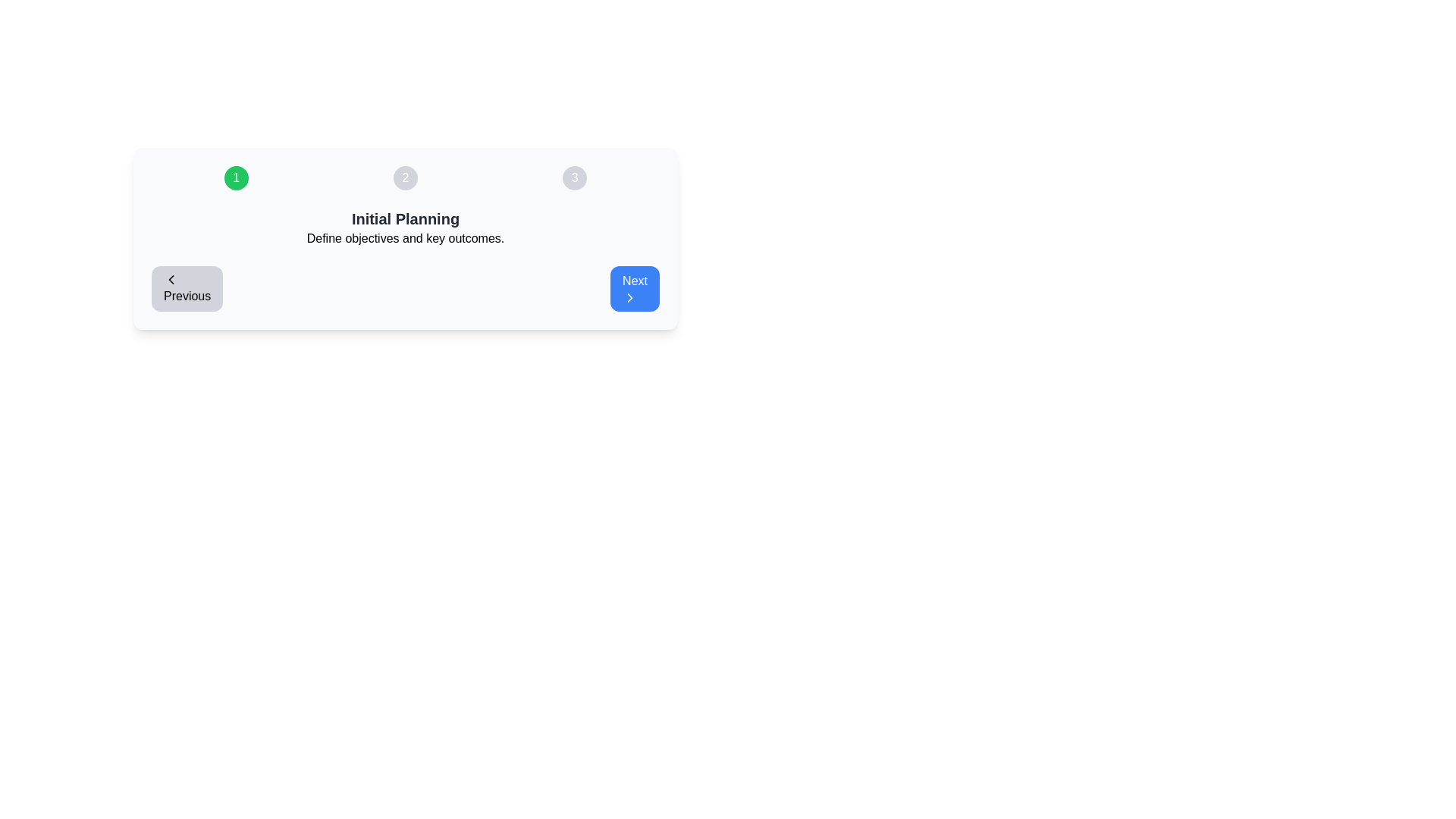  What do you see at coordinates (405, 177) in the screenshot?
I see `the status of the Step indicator circle labeled '2', which is the second in a sequence of three circles, visually centered with a gray background and white text` at bounding box center [405, 177].